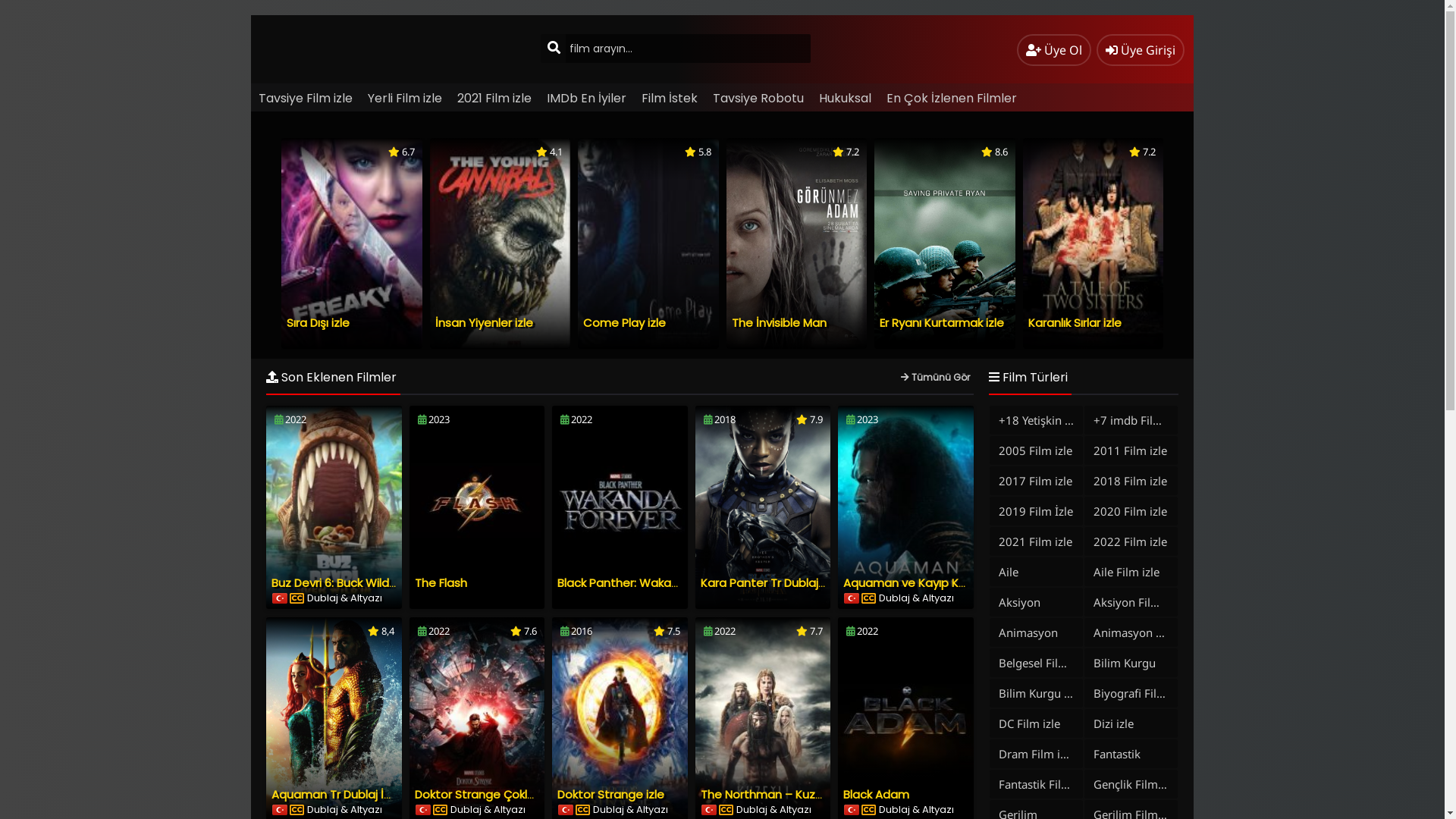  I want to click on '2022 Film izle', so click(1084, 540).